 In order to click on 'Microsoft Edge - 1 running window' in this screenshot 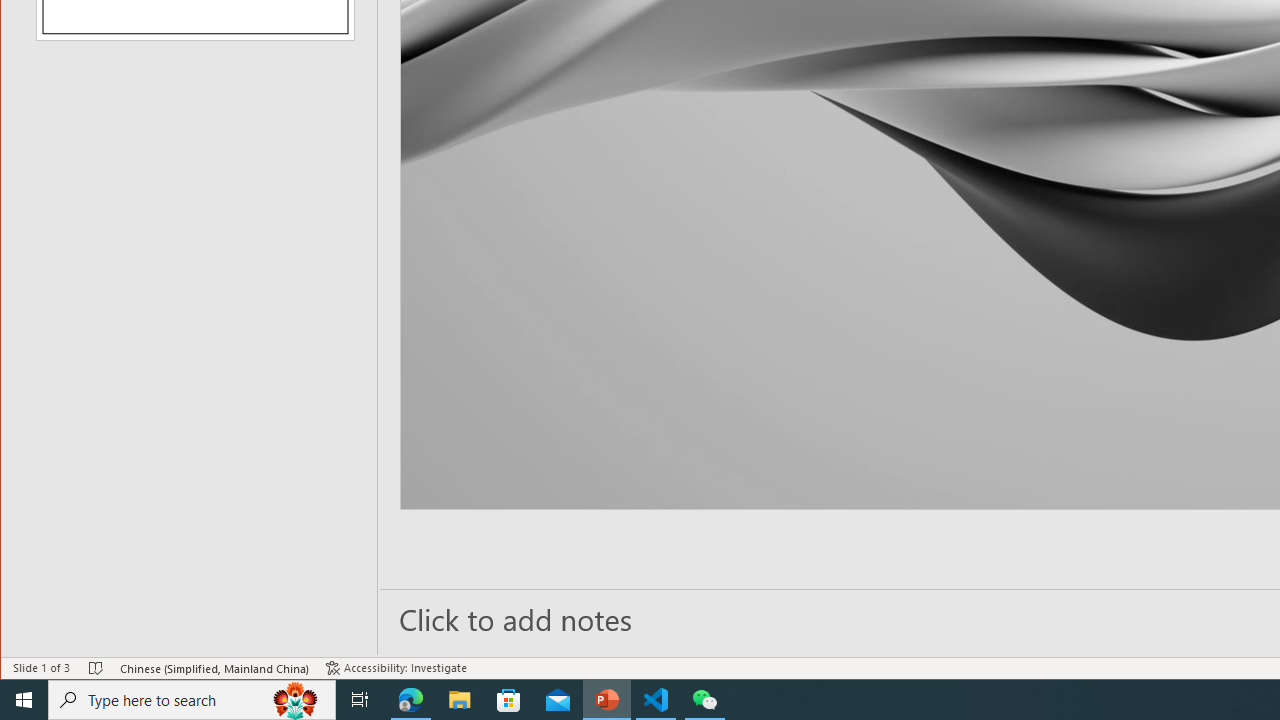, I will do `click(410, 698)`.